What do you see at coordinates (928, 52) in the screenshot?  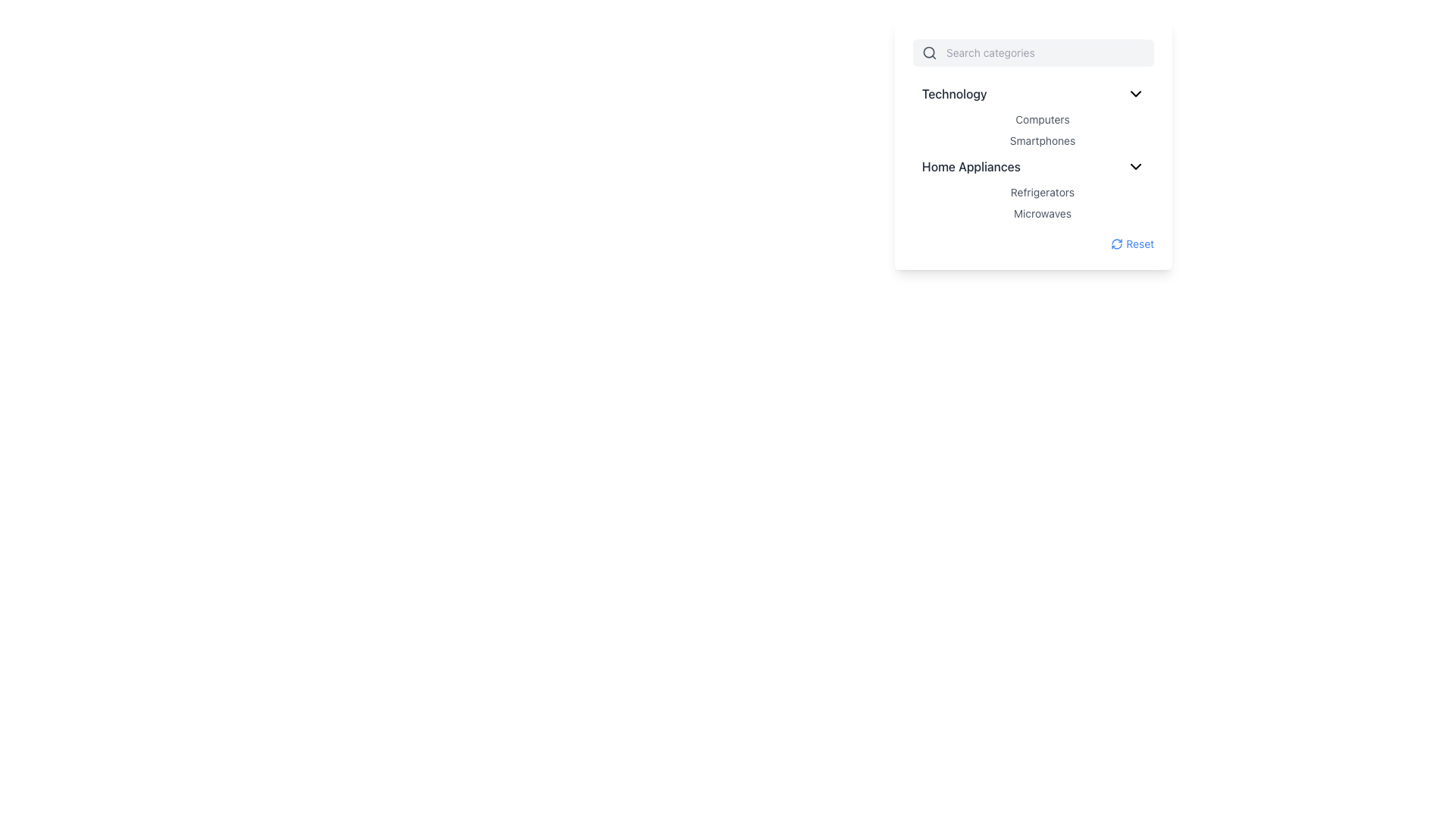 I see `the search icon located in the top-left corner of the dropdown section, which indicates the search feature adjacent to the input field labeled 'Search categories'` at bounding box center [928, 52].